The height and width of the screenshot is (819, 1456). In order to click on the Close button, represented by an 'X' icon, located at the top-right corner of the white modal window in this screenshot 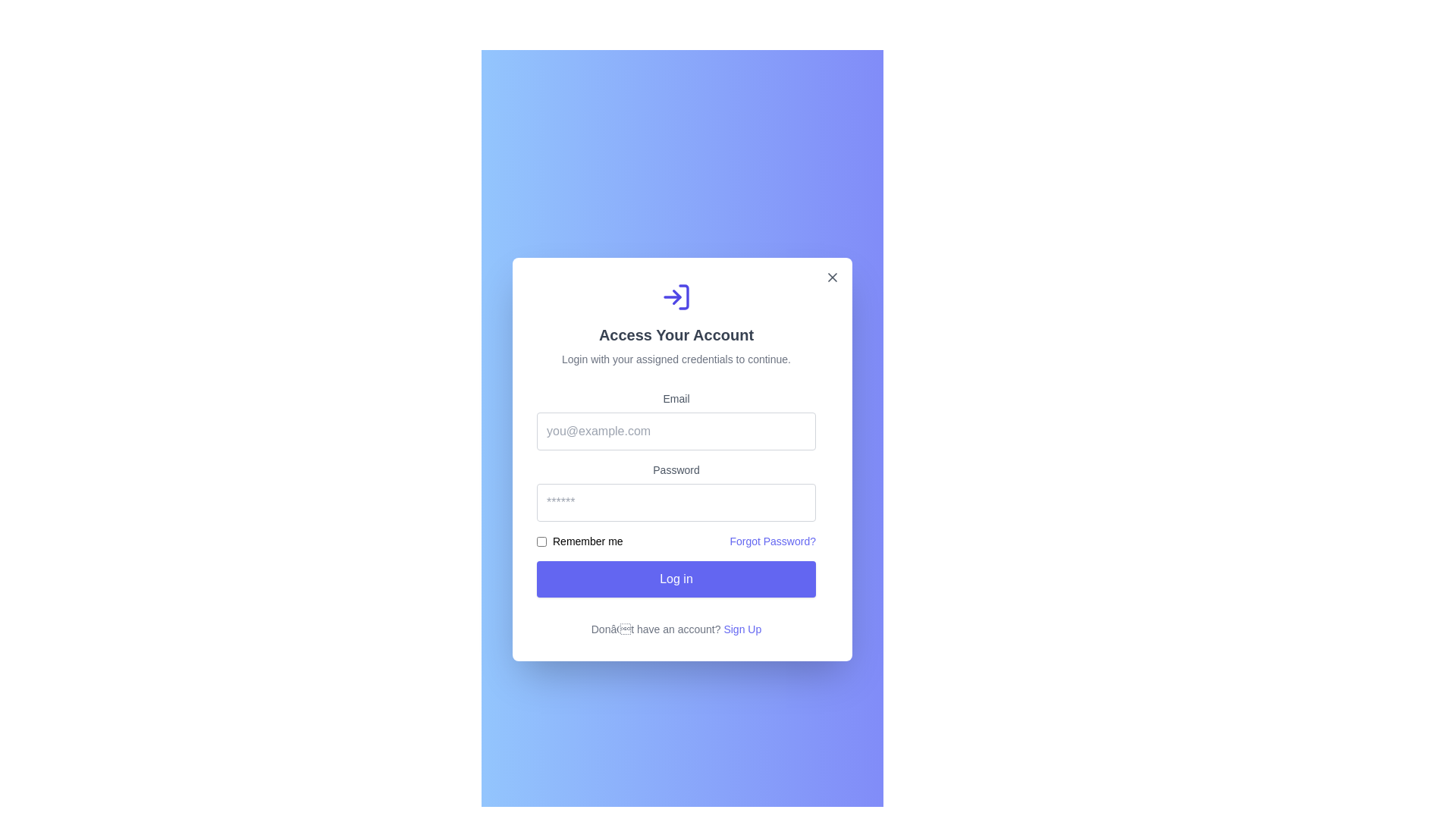, I will do `click(832, 278)`.